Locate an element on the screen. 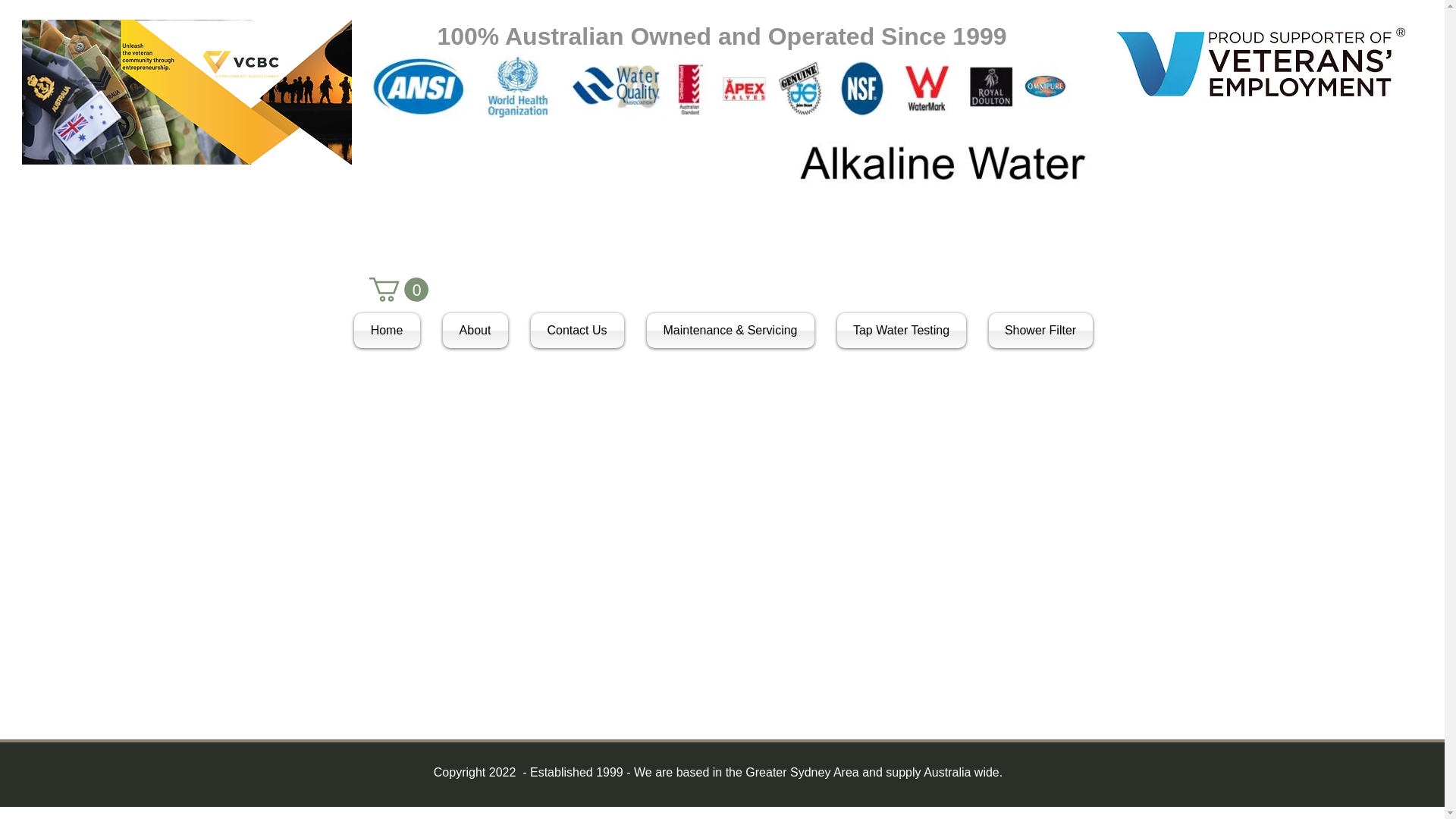 The image size is (1456, 819). '0' is located at coordinates (397, 289).